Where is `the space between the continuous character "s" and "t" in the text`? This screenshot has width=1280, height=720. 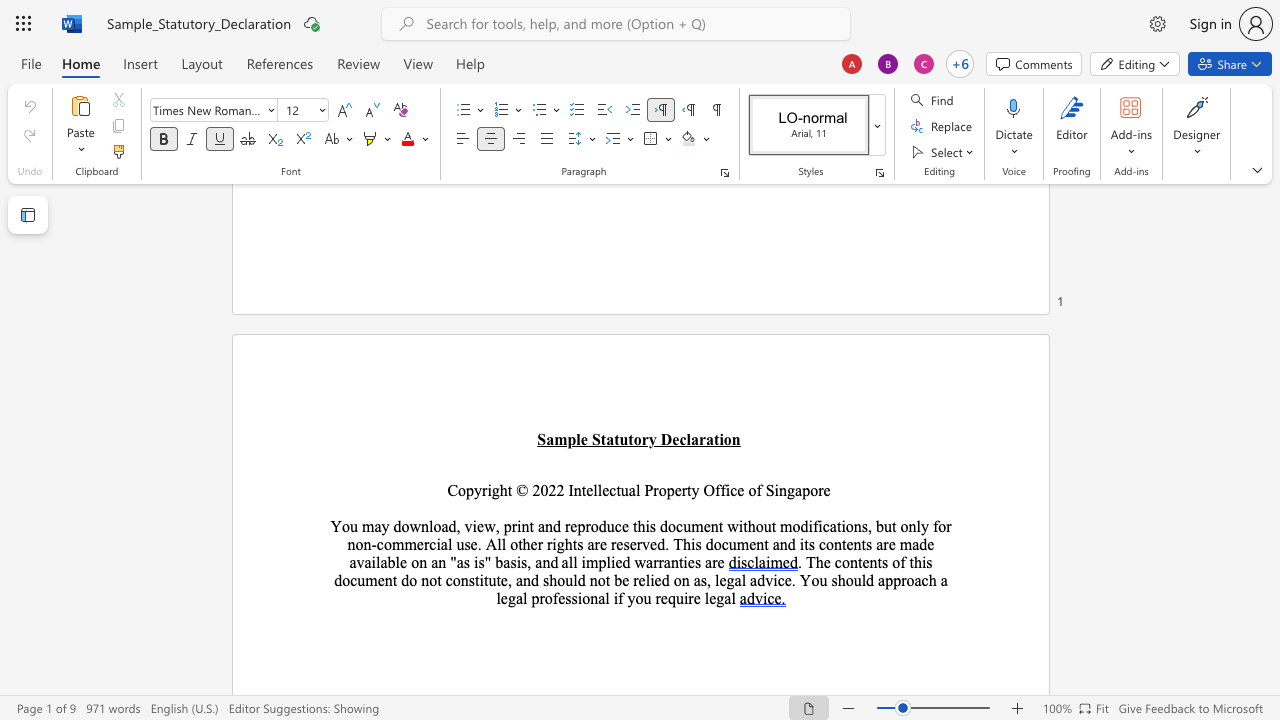 the space between the continuous character "s" and "t" in the text is located at coordinates (473, 580).